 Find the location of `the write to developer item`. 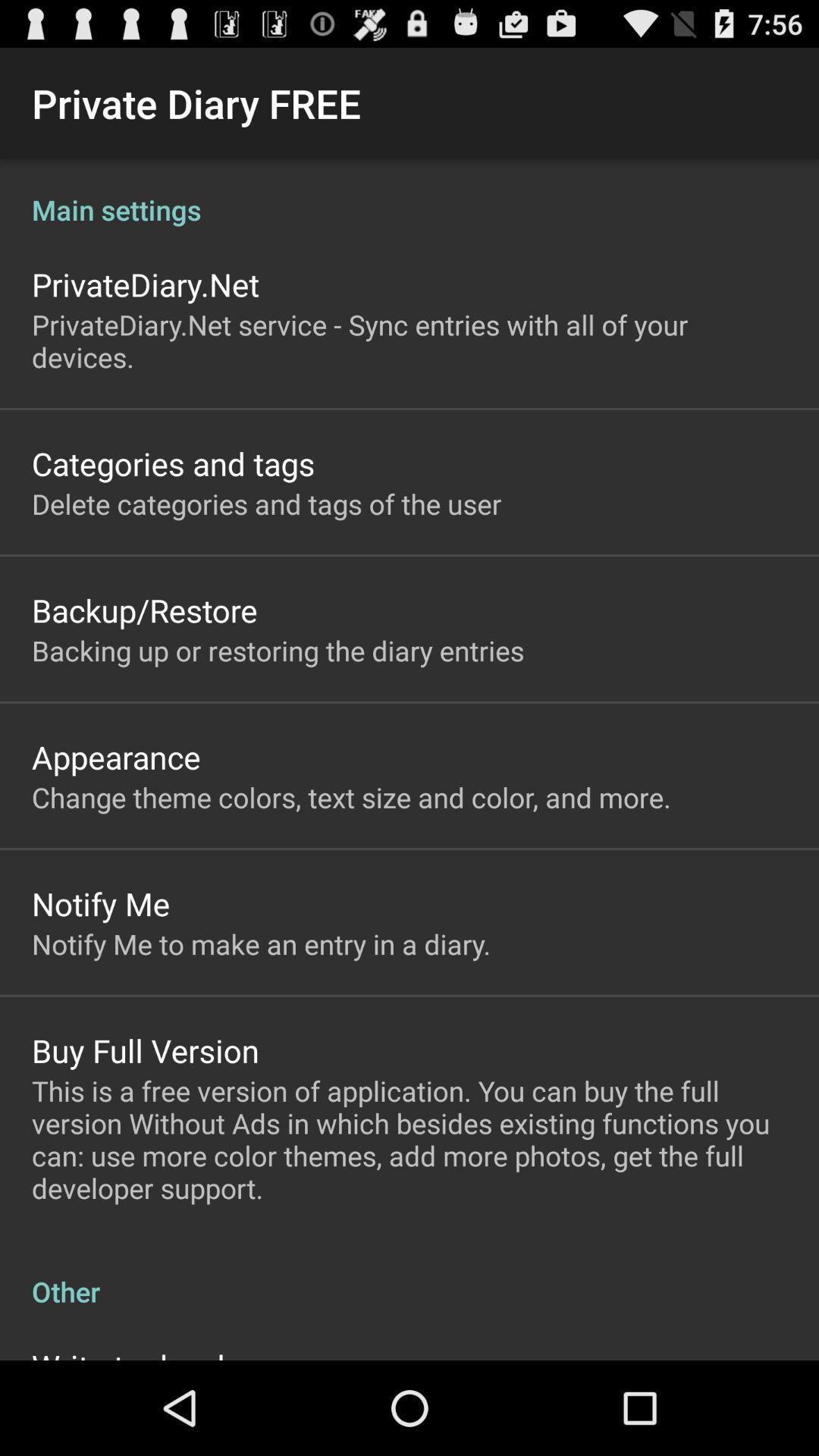

the write to developer item is located at coordinates (160, 1352).